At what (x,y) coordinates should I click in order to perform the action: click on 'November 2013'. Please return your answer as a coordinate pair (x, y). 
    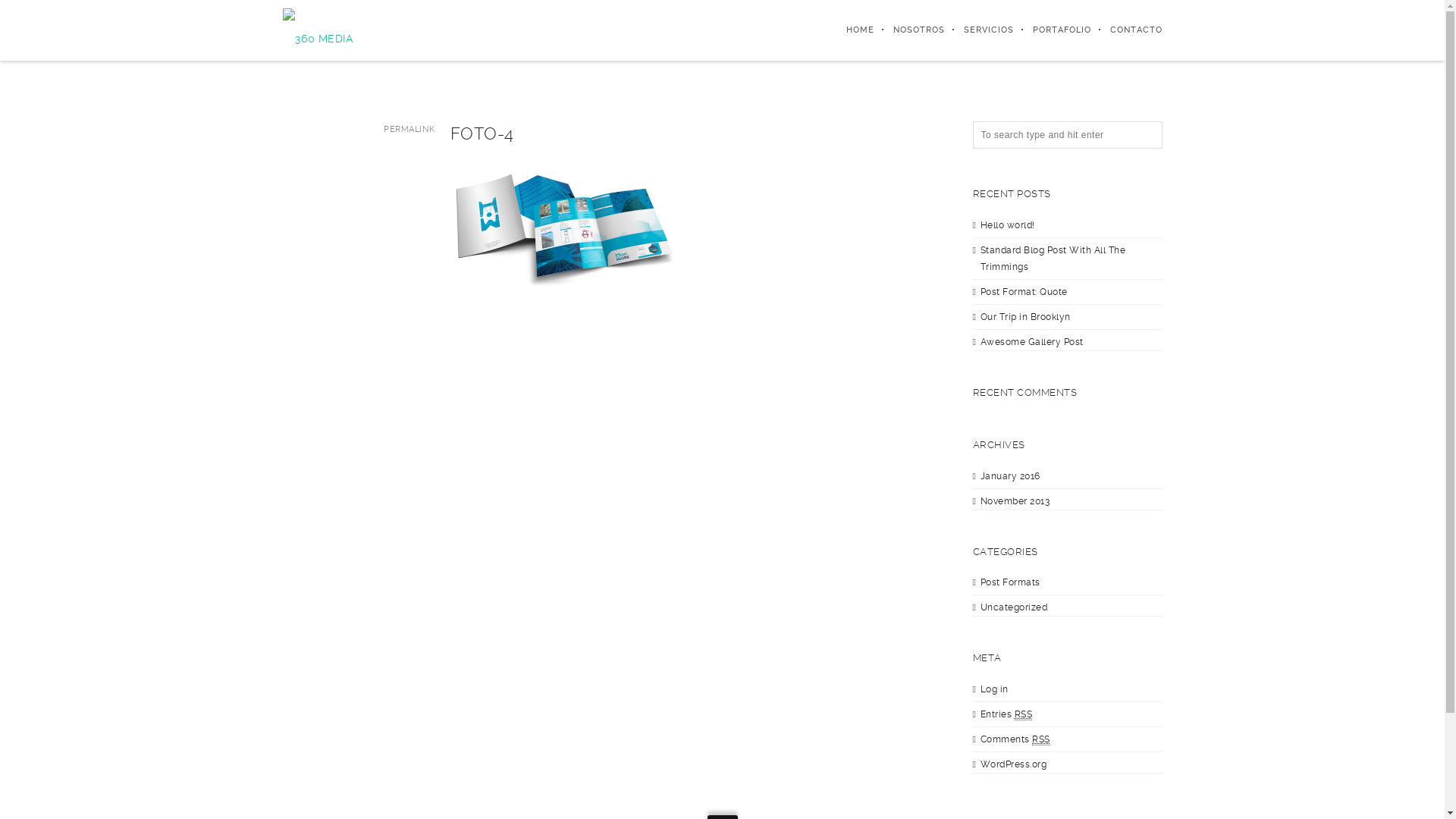
    Looking at the image, I should click on (979, 500).